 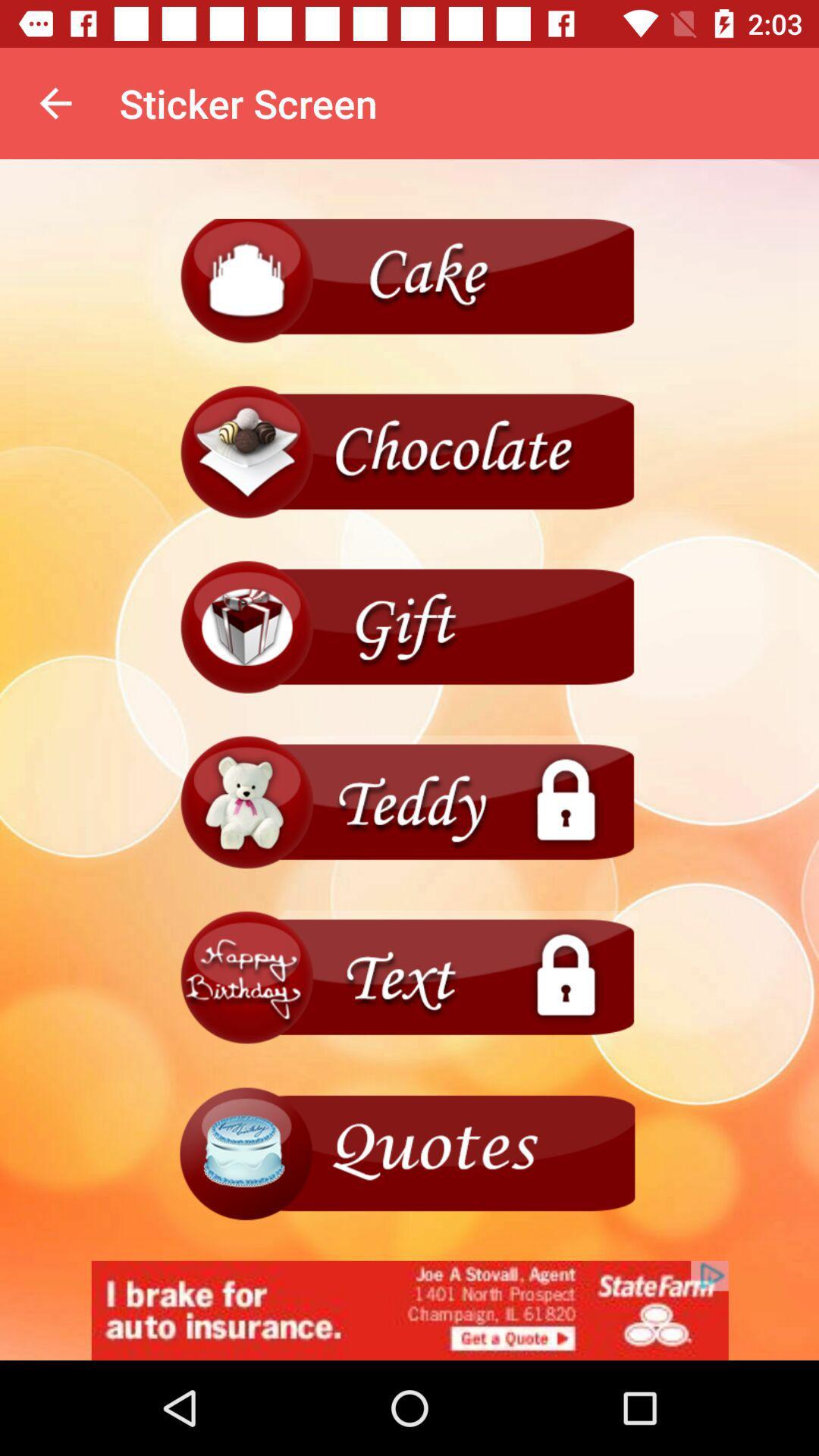 What do you see at coordinates (409, 802) in the screenshot?
I see `go back` at bounding box center [409, 802].